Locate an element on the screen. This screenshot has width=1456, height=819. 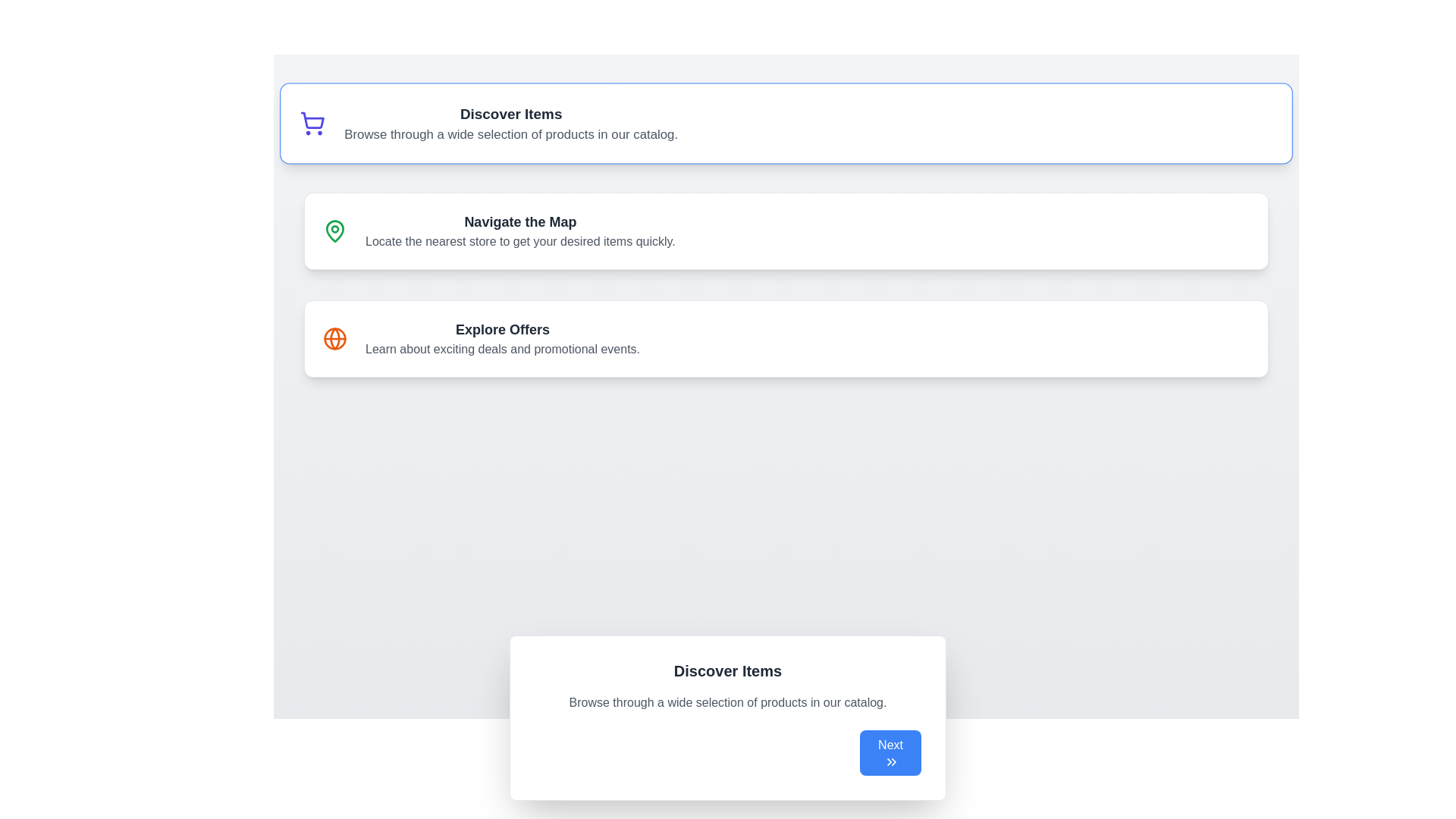
the text providing additional information about locating the nearest store, which is positioned beneath the 'Navigate the Map' header is located at coordinates (520, 241).